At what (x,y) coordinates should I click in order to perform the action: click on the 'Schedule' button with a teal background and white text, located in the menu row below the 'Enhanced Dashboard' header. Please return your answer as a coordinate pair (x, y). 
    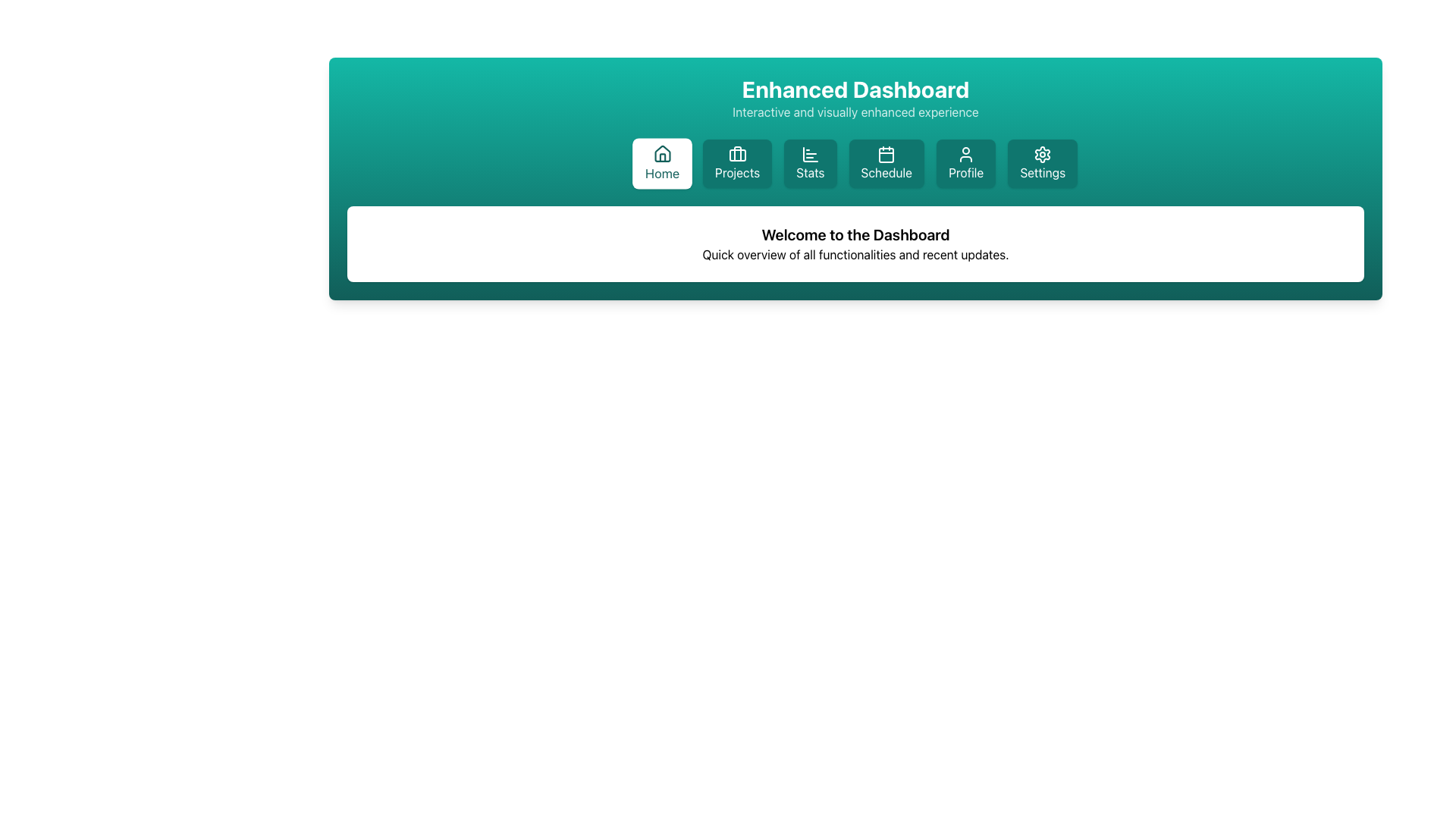
    Looking at the image, I should click on (886, 164).